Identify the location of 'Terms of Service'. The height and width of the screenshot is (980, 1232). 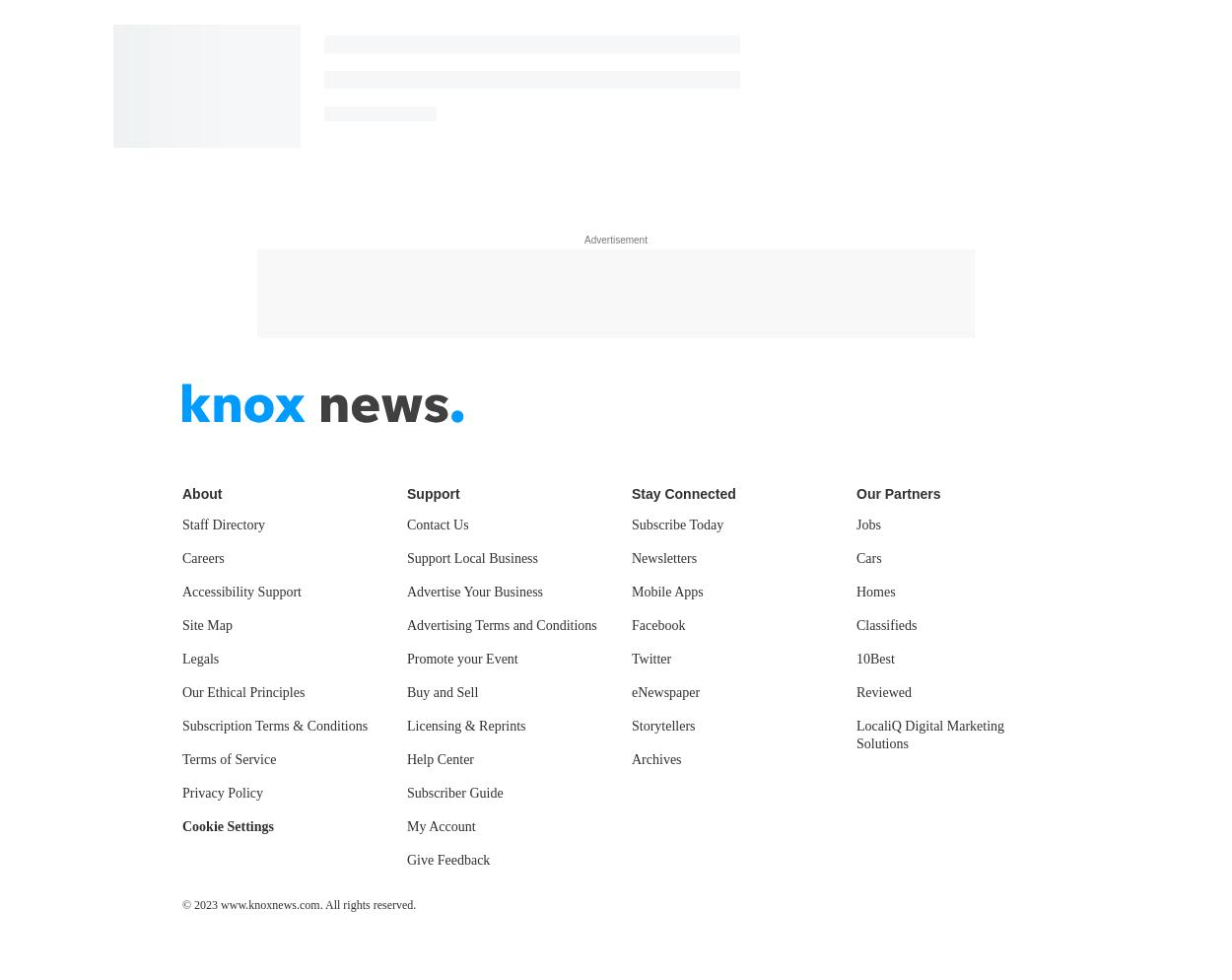
(182, 757).